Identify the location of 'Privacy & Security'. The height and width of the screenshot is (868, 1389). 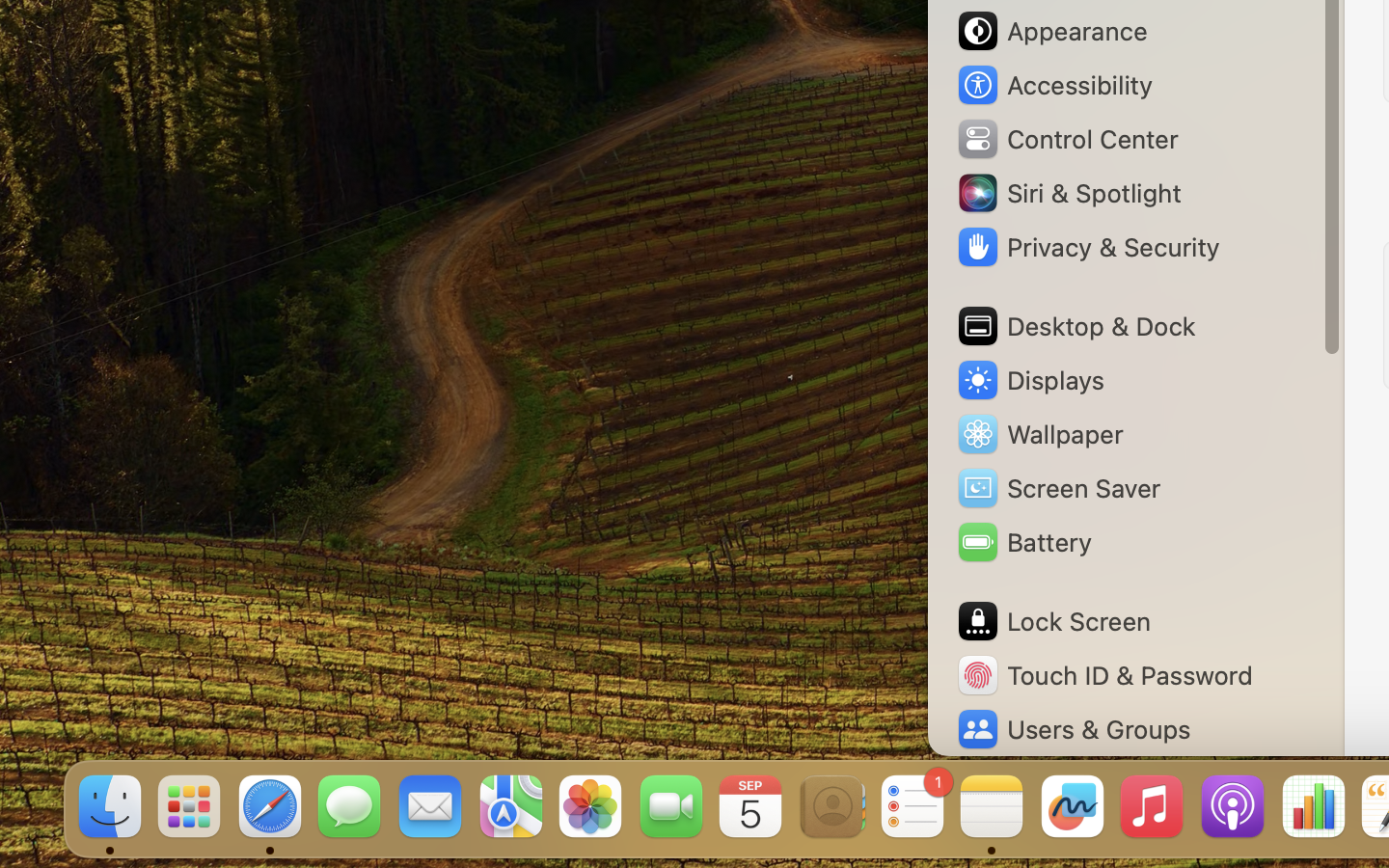
(1085, 245).